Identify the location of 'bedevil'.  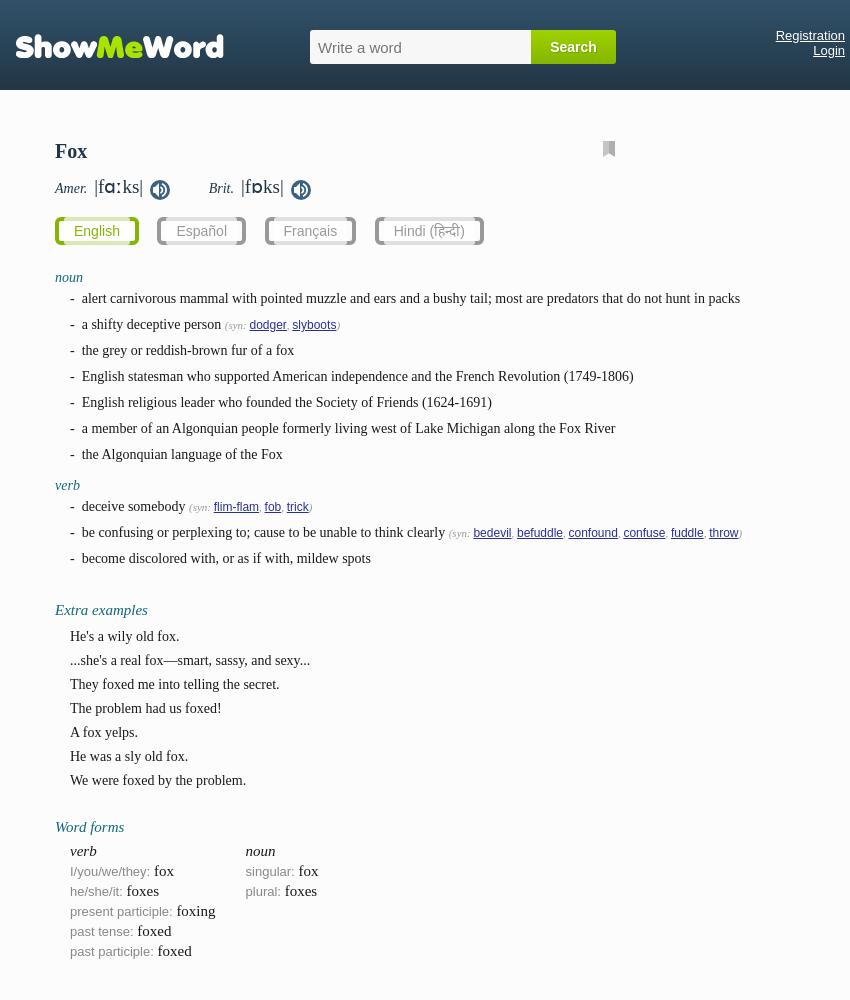
(491, 533).